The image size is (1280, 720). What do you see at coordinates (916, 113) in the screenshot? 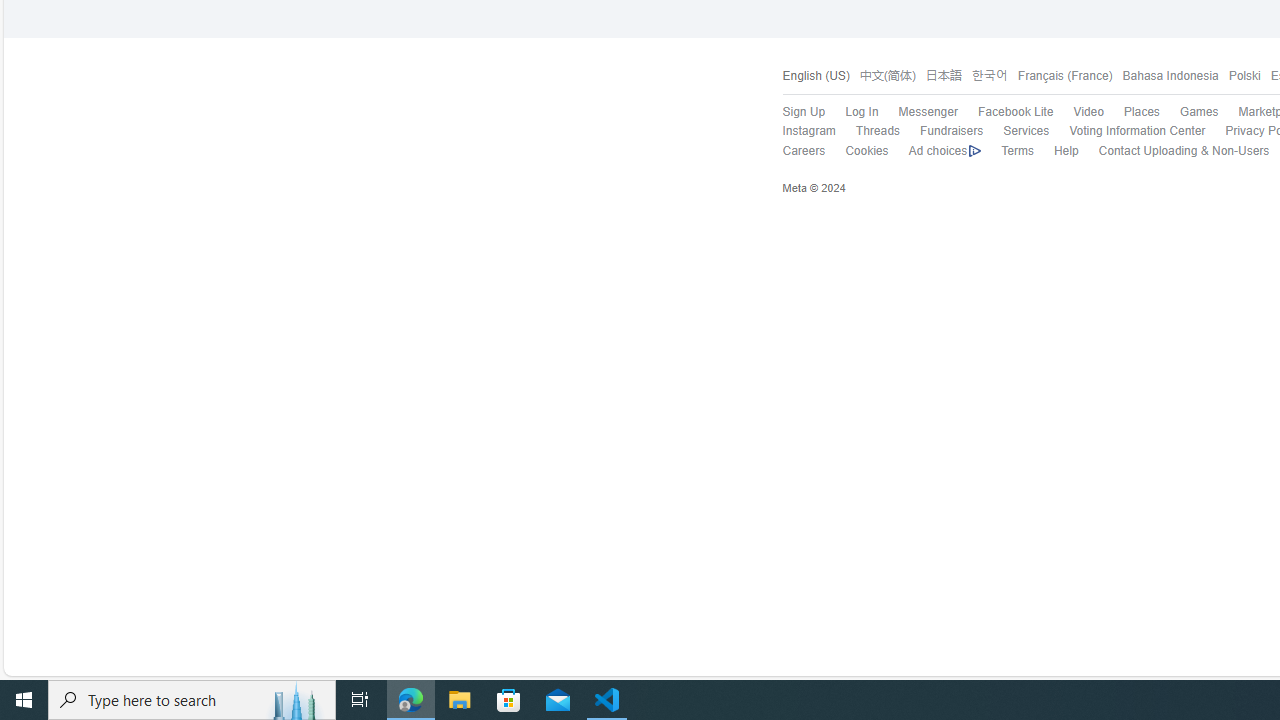
I see `'Messenger'` at bounding box center [916, 113].